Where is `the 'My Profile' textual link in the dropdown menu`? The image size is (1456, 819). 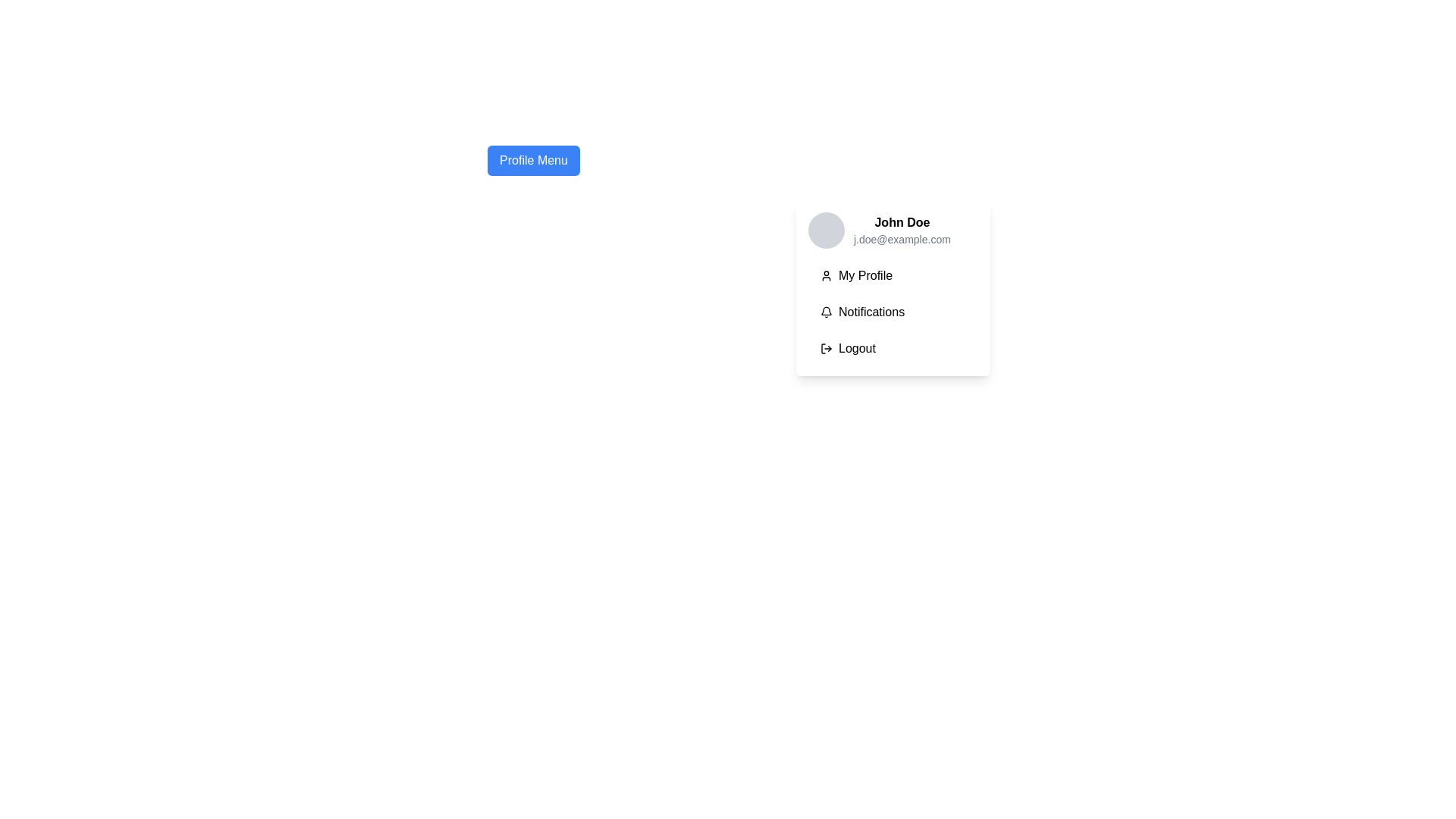
the 'My Profile' textual link in the dropdown menu is located at coordinates (893, 288).